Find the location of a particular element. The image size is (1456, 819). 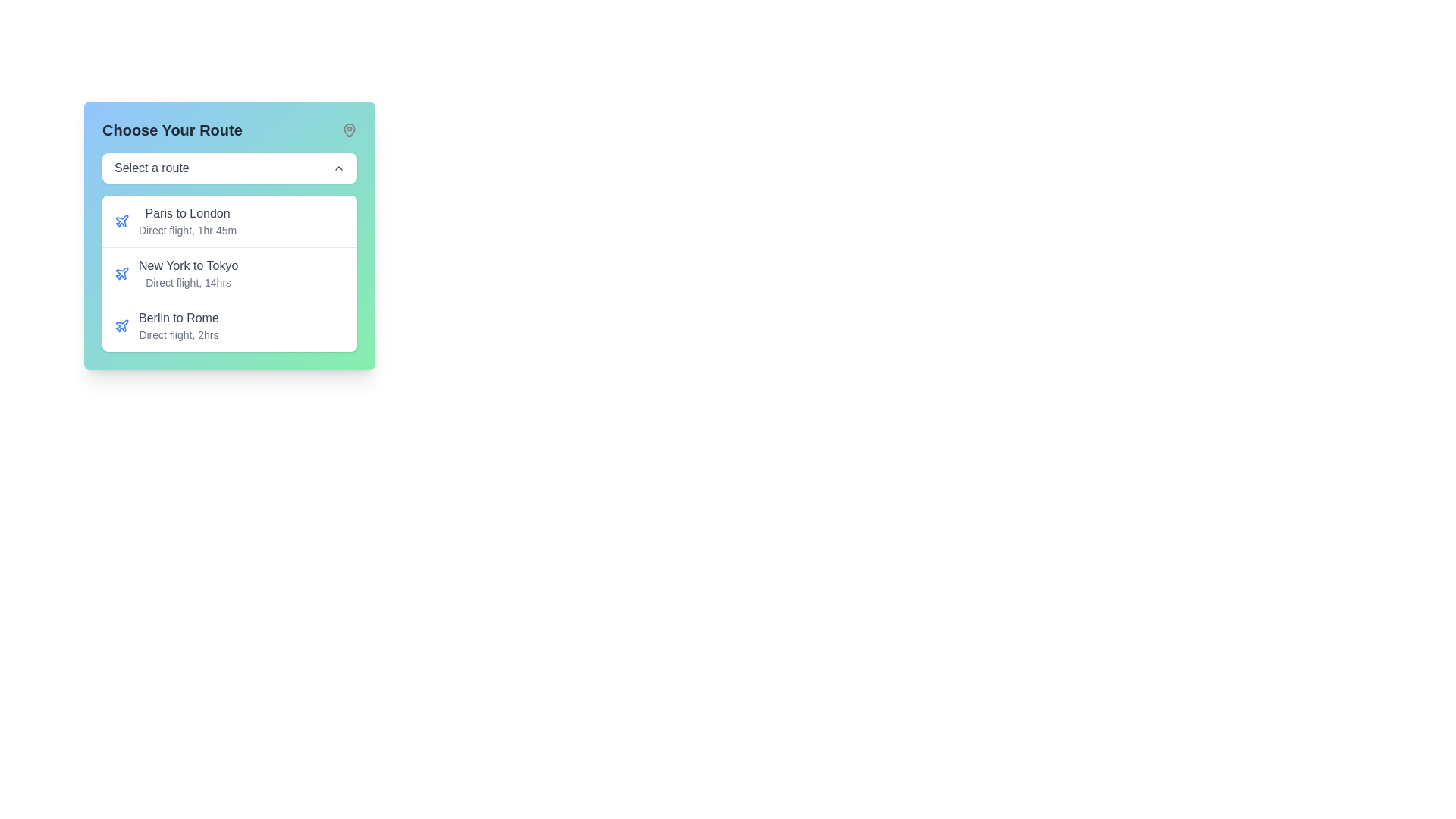

the third list item which displays the route 'Berlin to Rome' is located at coordinates (166, 325).